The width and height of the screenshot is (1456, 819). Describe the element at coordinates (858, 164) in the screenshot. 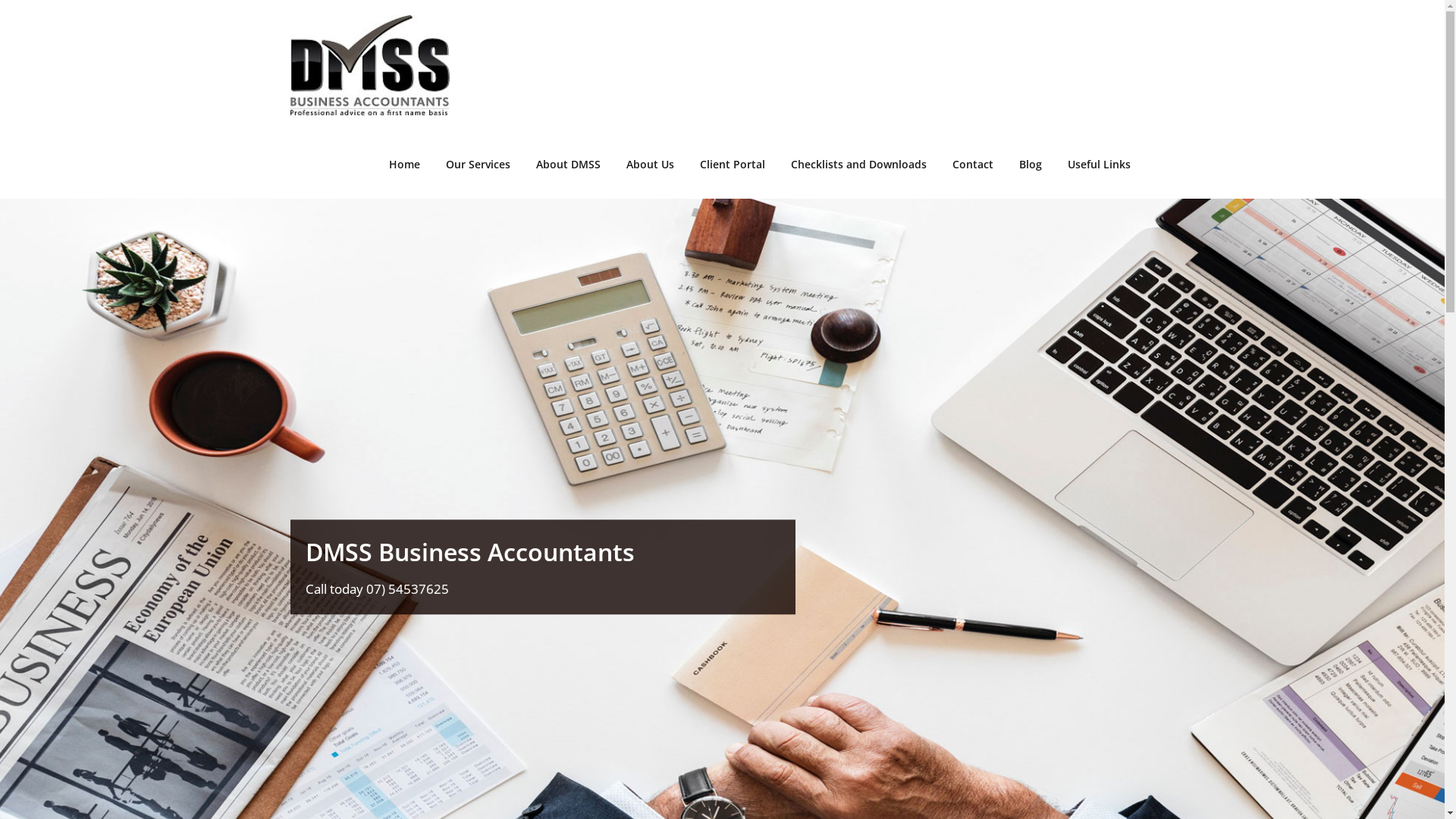

I see `'Checklists and Downloads'` at that location.